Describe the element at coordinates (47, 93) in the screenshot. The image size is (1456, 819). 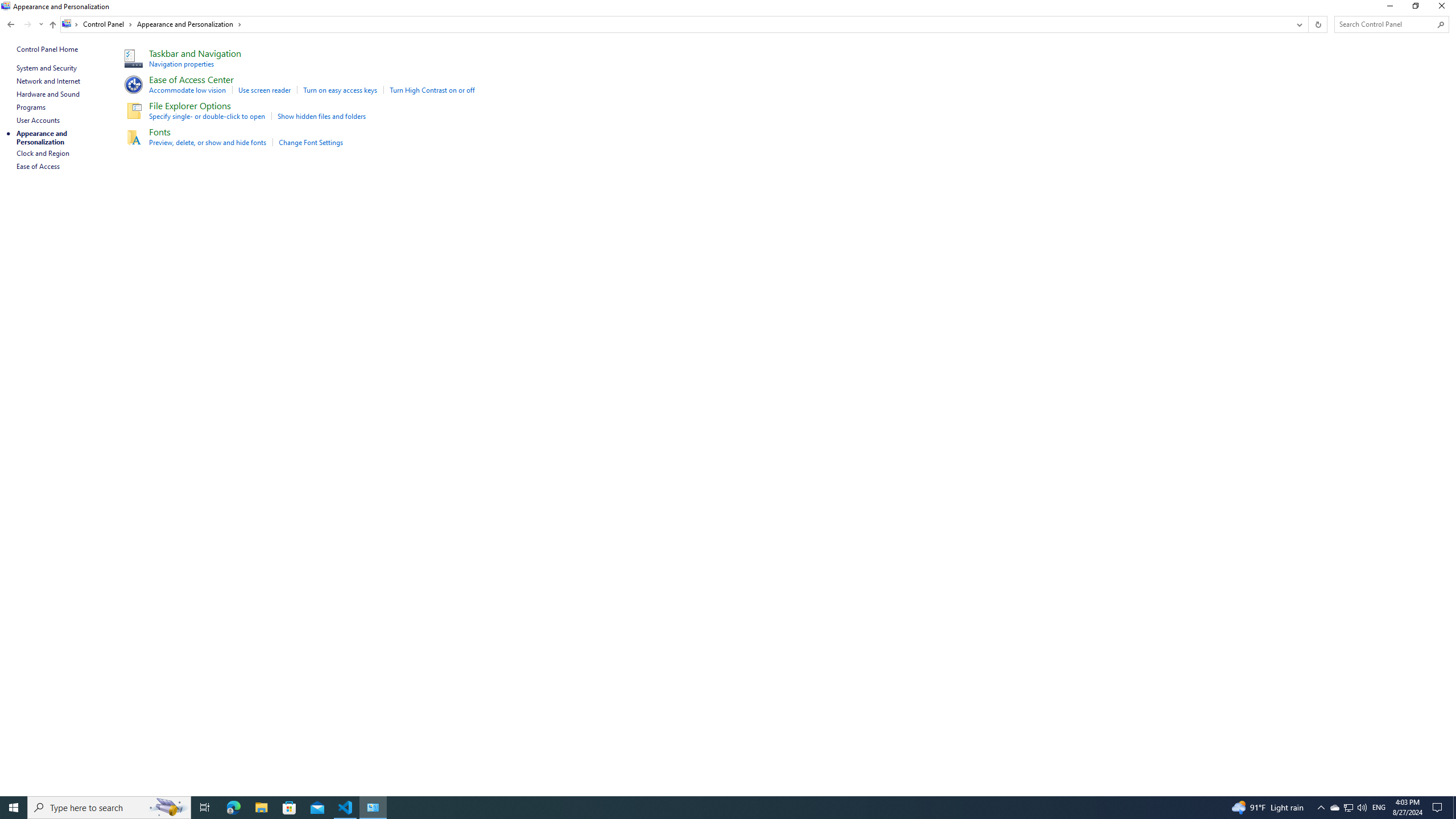
I see `'Hardware and Sound'` at that location.